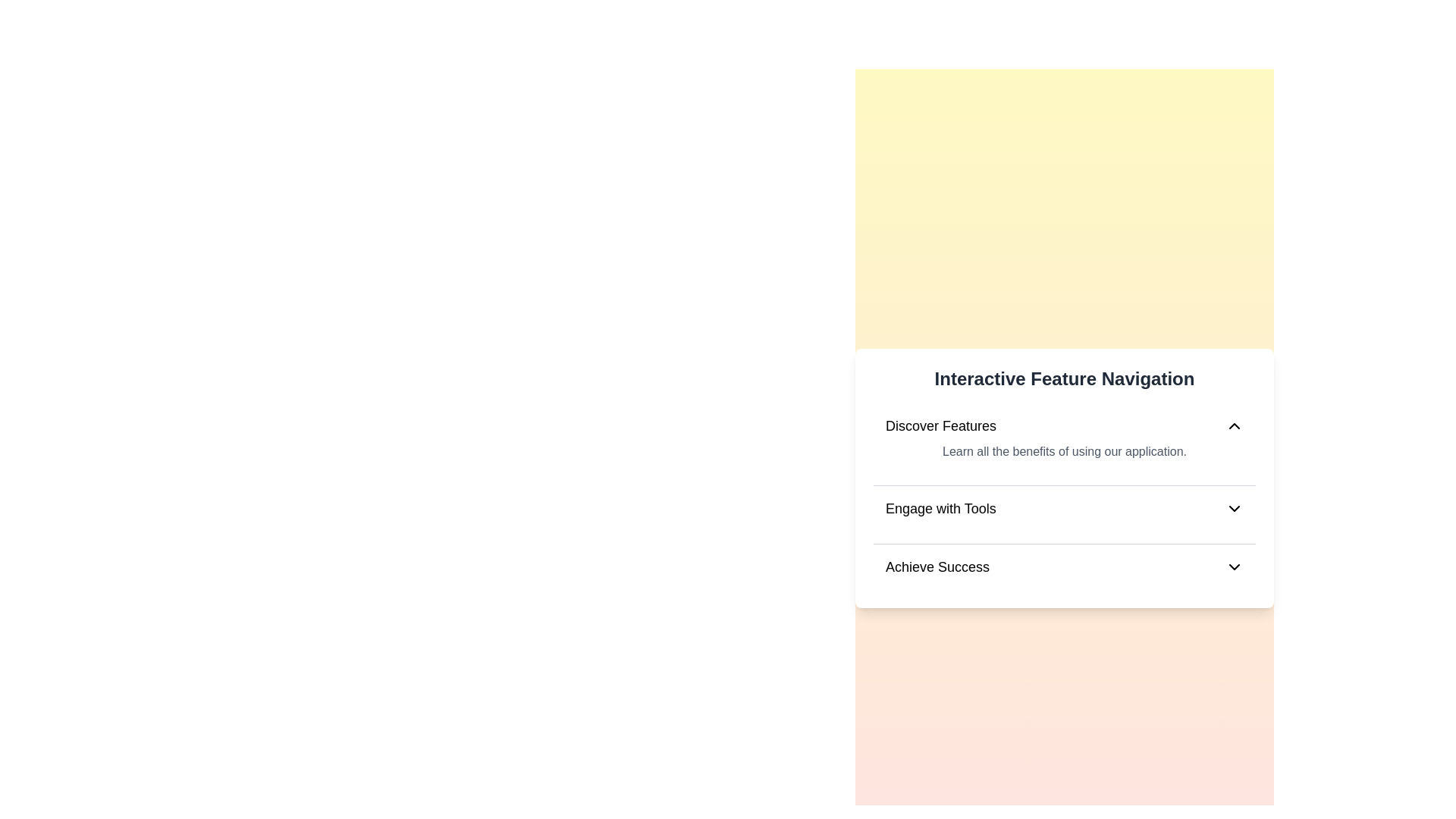 Image resolution: width=1456 pixels, height=819 pixels. I want to click on the icon for Achieve Success to toggle its content visibility, so click(1234, 567).